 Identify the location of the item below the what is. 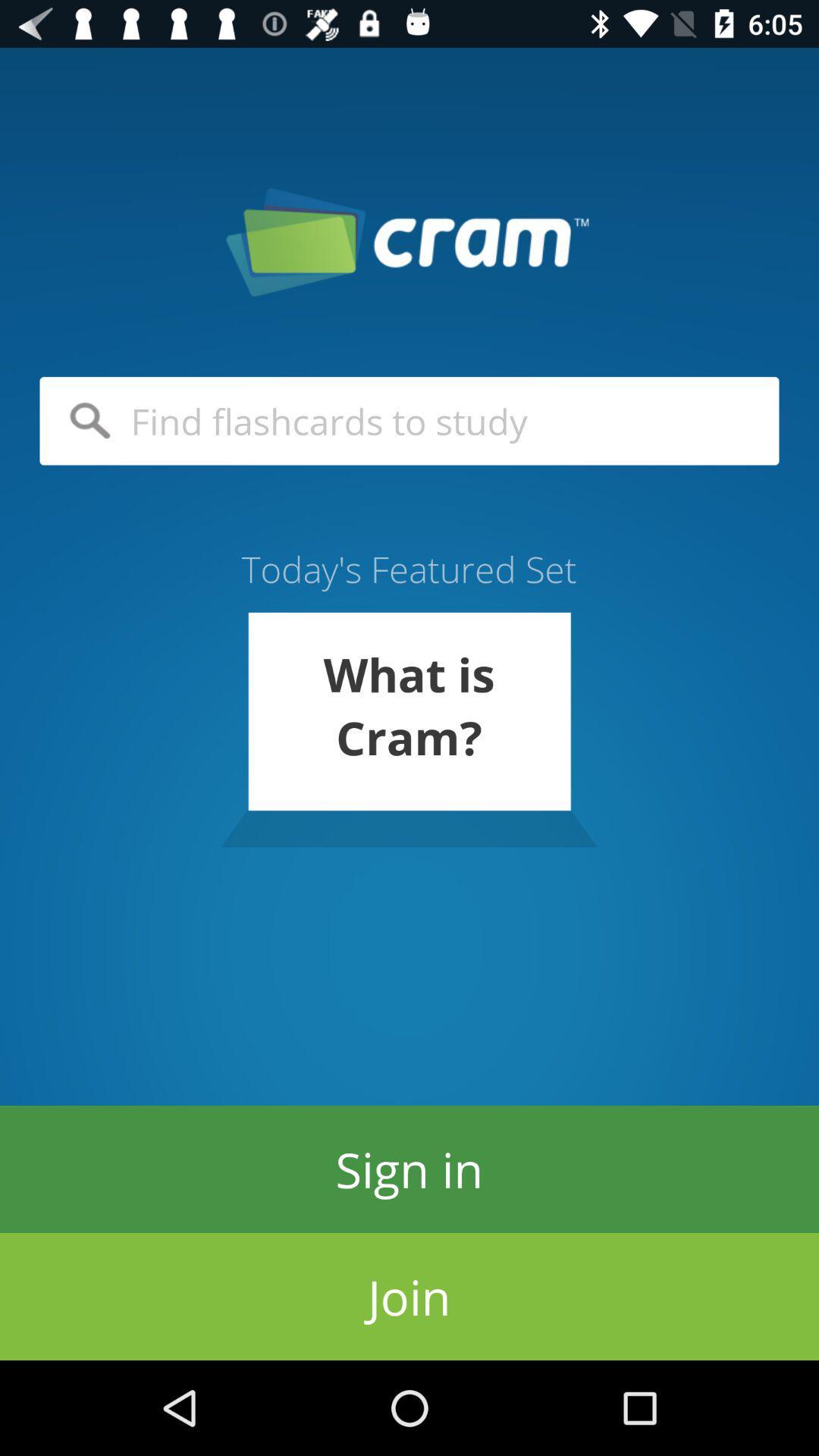
(409, 1168).